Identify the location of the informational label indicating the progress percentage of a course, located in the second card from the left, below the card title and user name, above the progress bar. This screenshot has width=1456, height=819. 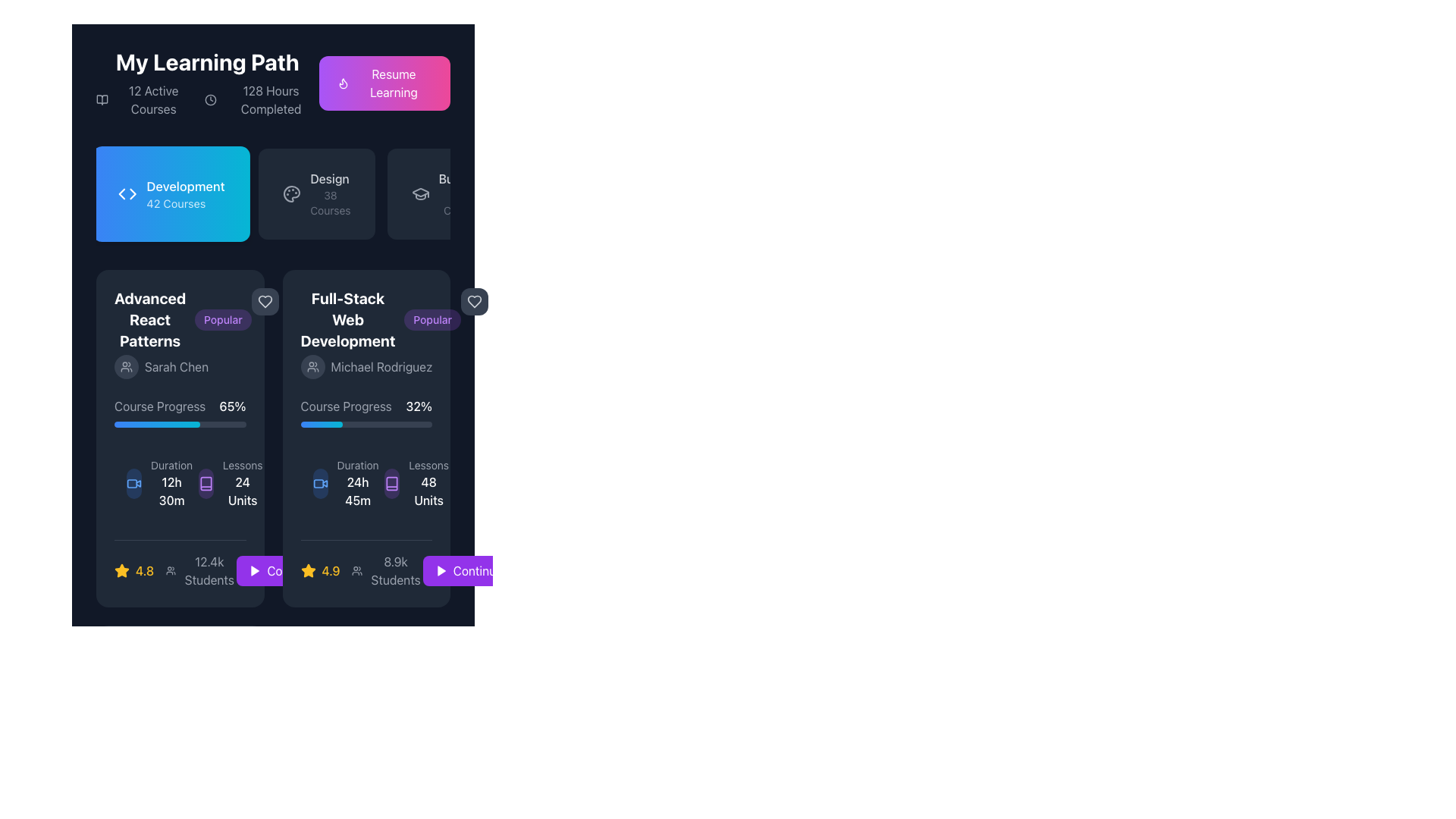
(366, 406).